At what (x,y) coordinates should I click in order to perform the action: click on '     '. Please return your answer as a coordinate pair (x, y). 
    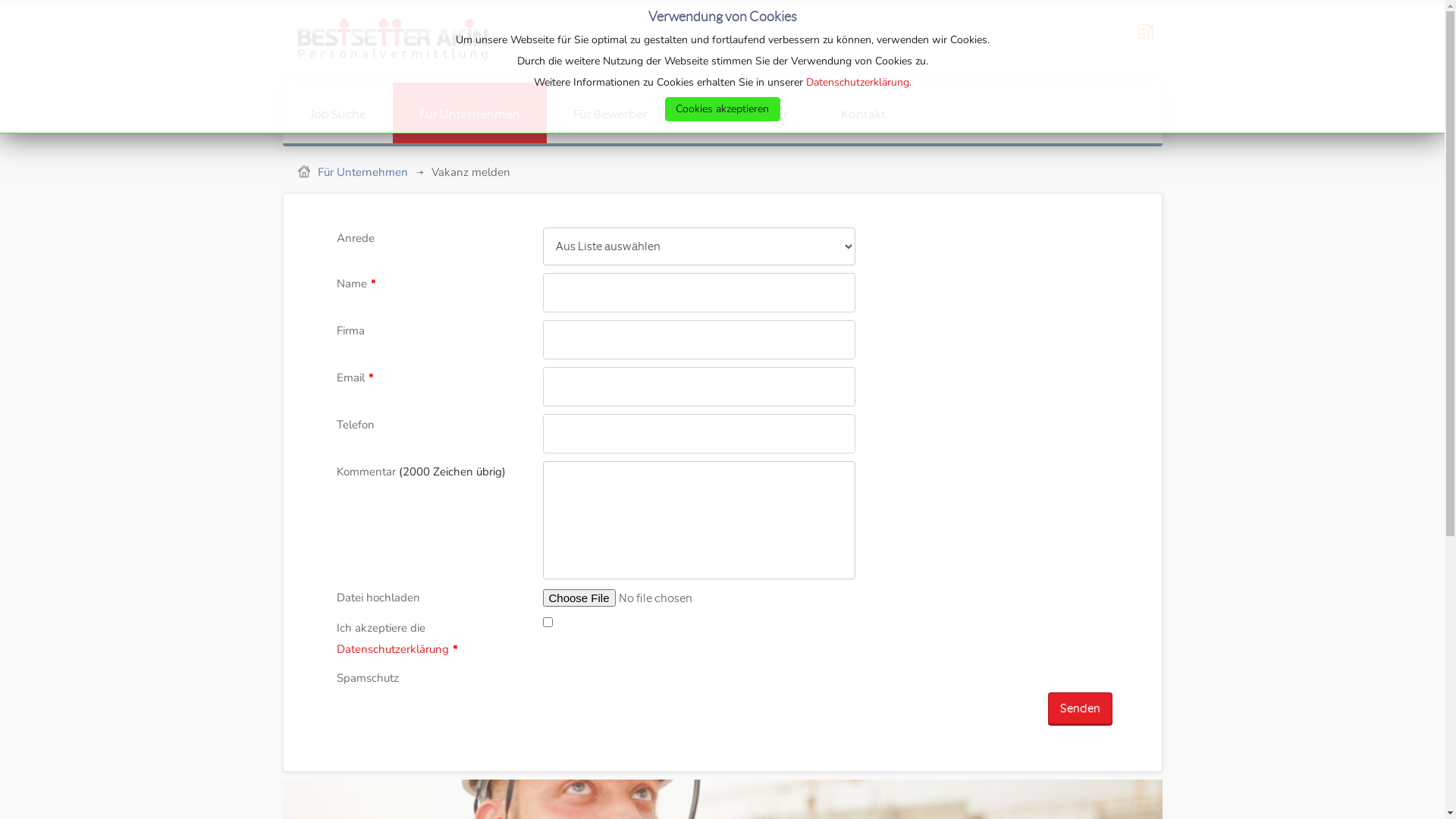
    Looking at the image, I should click on (384, 42).